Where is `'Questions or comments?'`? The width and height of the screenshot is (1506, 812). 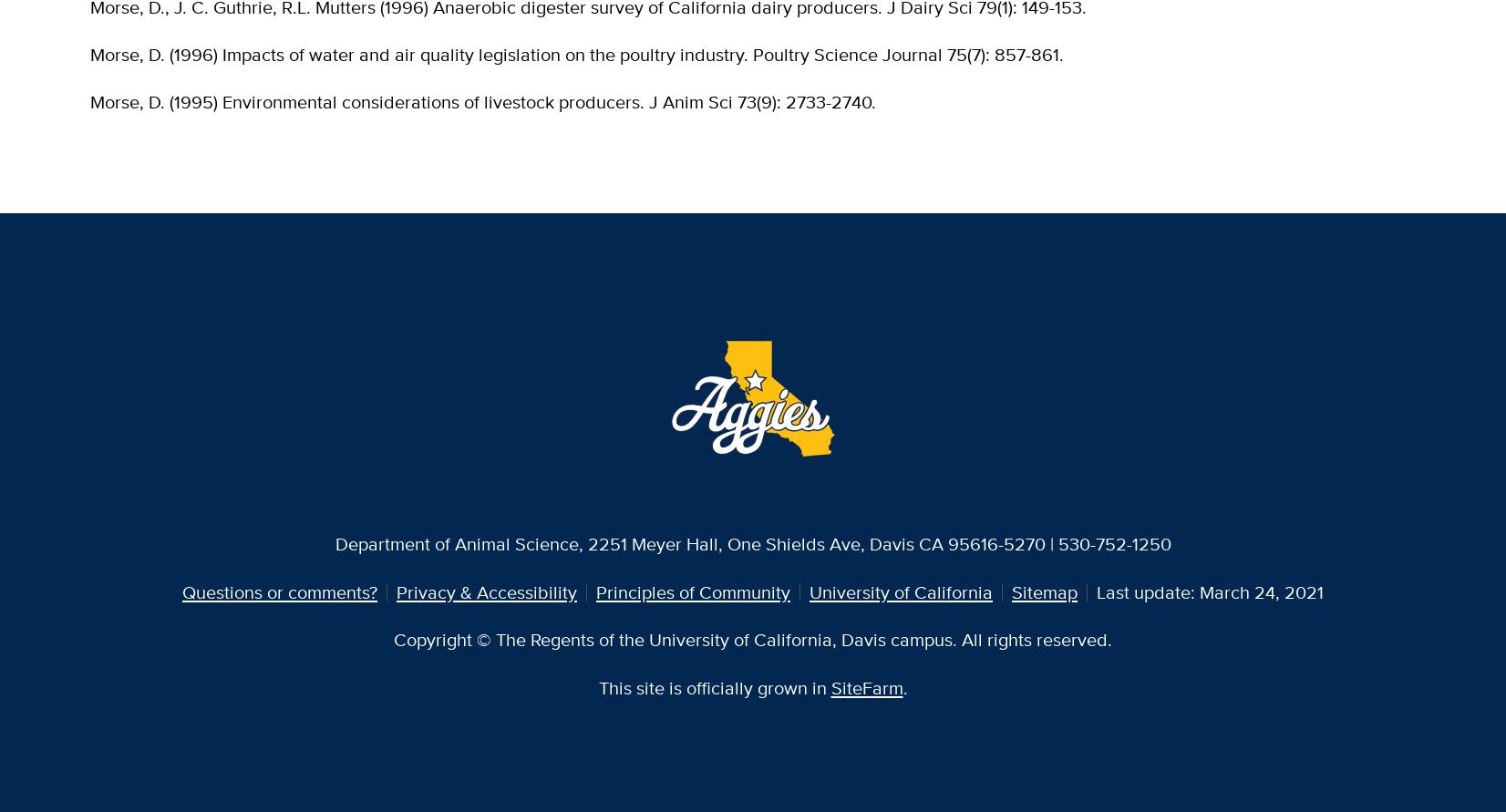
'Questions or comments?' is located at coordinates (279, 590).